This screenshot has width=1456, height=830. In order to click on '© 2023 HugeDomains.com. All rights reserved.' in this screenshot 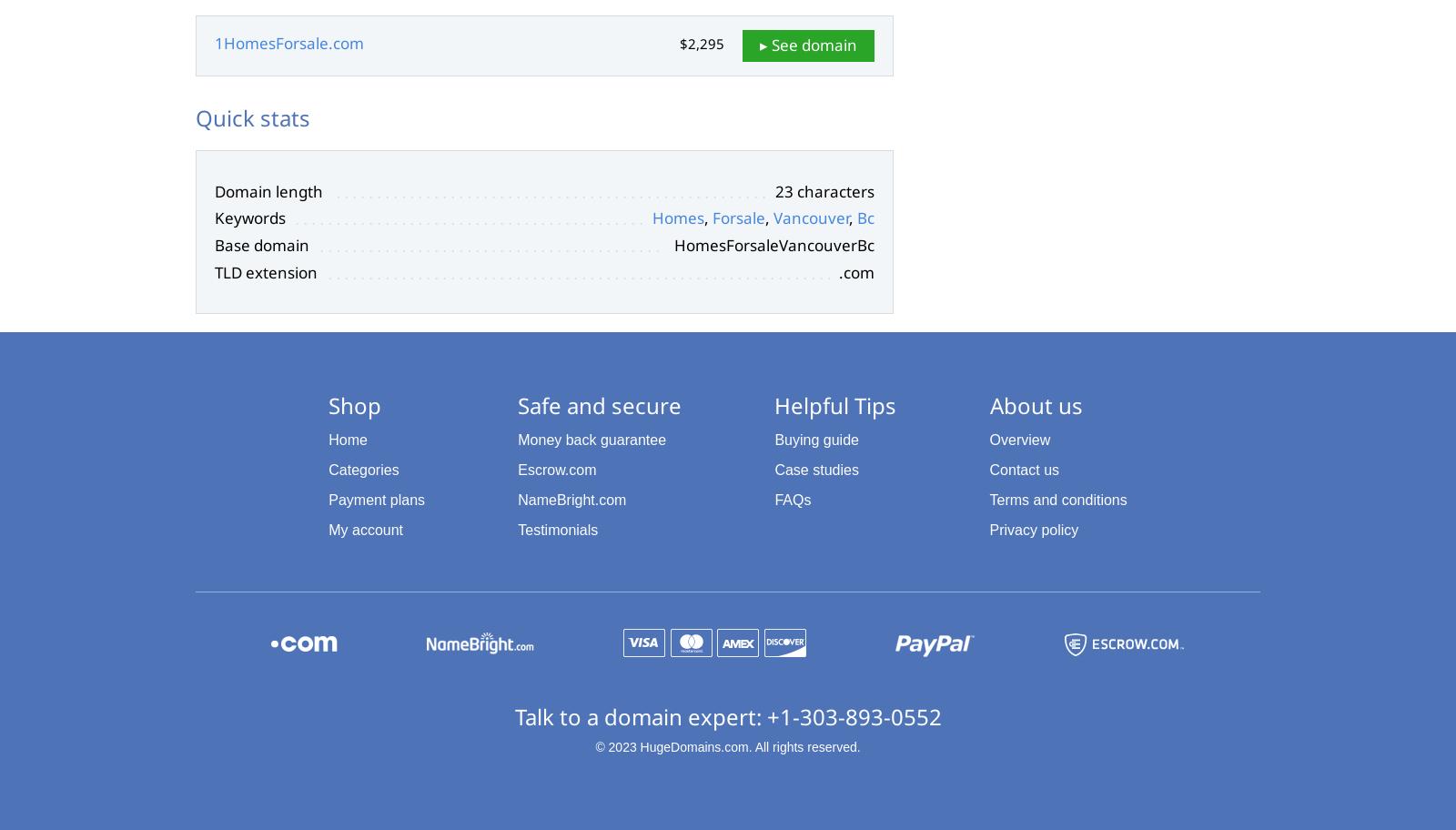, I will do `click(727, 745)`.